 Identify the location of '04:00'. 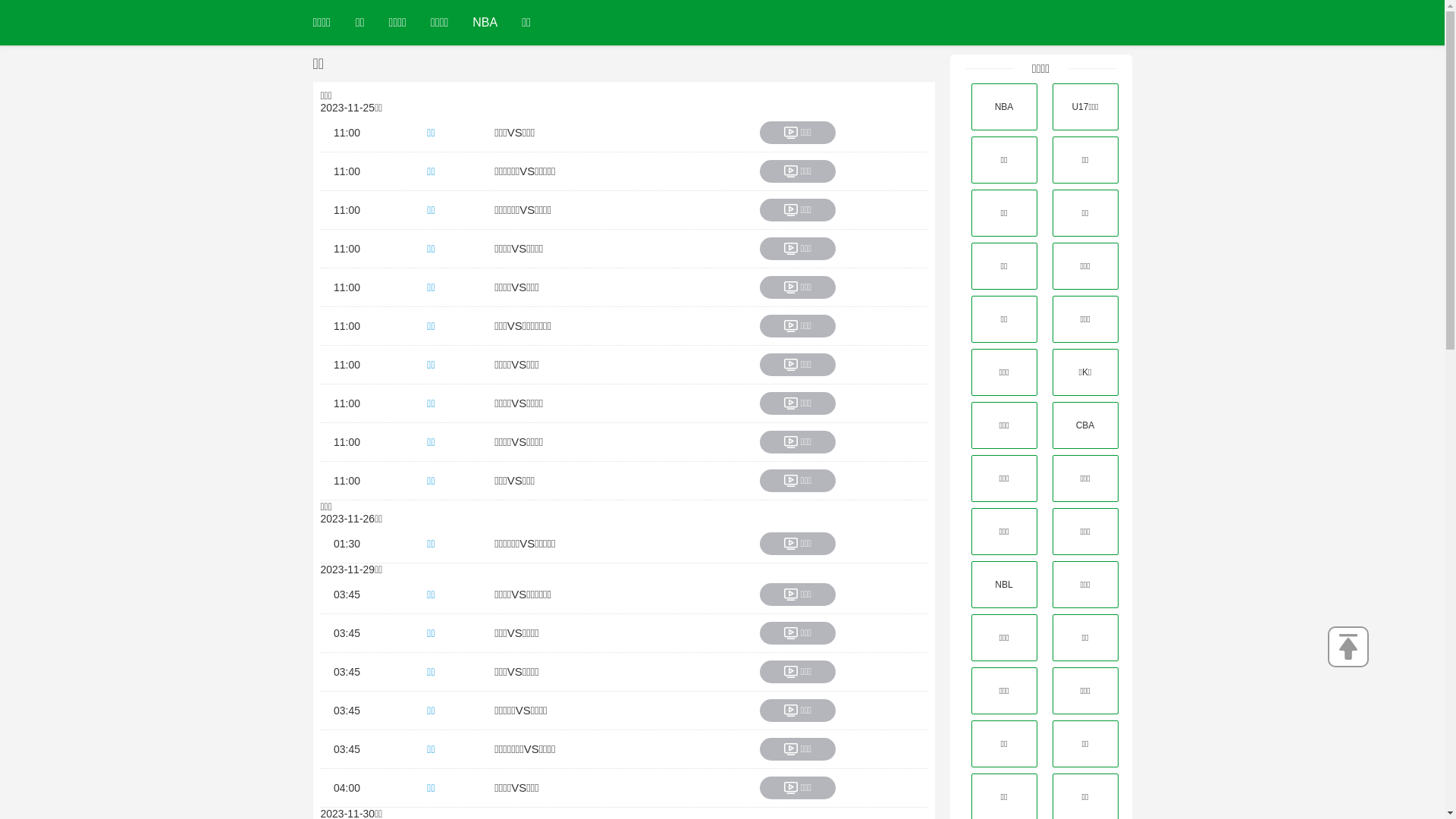
(346, 786).